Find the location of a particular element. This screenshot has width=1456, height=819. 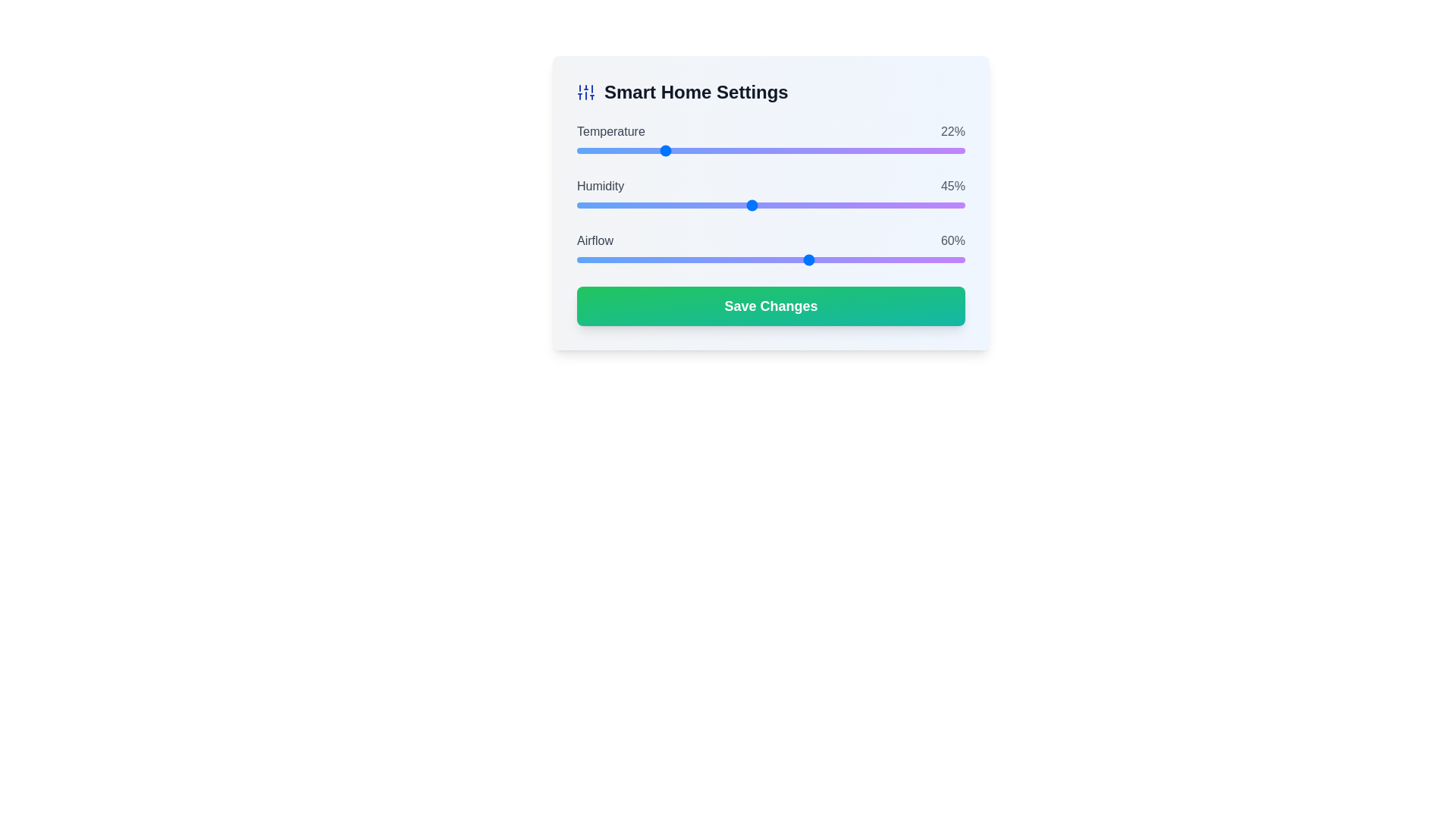

temperature slider is located at coordinates (934, 151).